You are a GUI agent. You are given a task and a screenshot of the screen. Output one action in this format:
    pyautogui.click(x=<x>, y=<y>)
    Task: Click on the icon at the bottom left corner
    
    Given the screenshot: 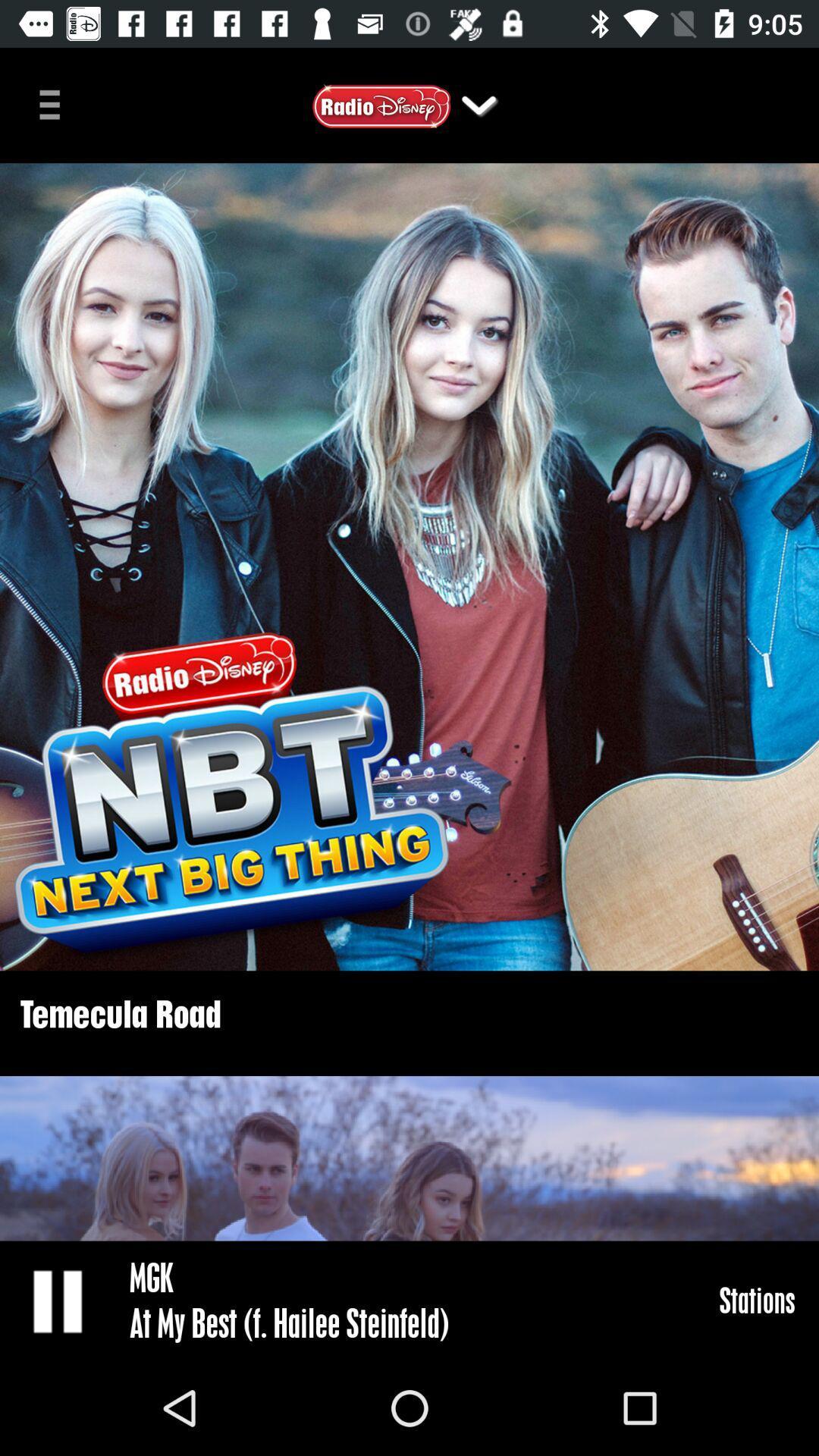 What is the action you would take?
    pyautogui.click(x=58, y=1300)
    